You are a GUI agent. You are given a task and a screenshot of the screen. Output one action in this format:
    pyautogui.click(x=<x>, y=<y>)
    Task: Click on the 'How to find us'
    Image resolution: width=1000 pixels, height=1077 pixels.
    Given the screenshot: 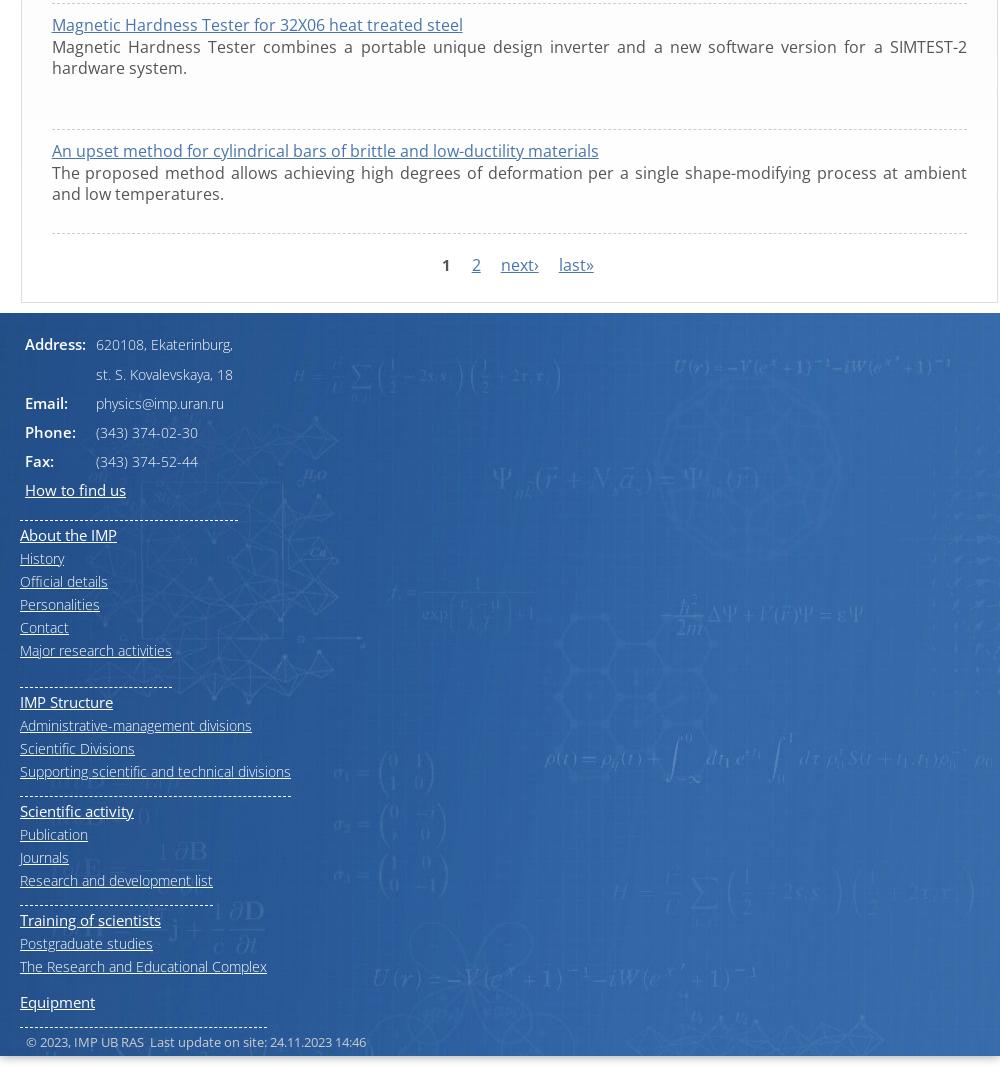 What is the action you would take?
    pyautogui.click(x=74, y=488)
    